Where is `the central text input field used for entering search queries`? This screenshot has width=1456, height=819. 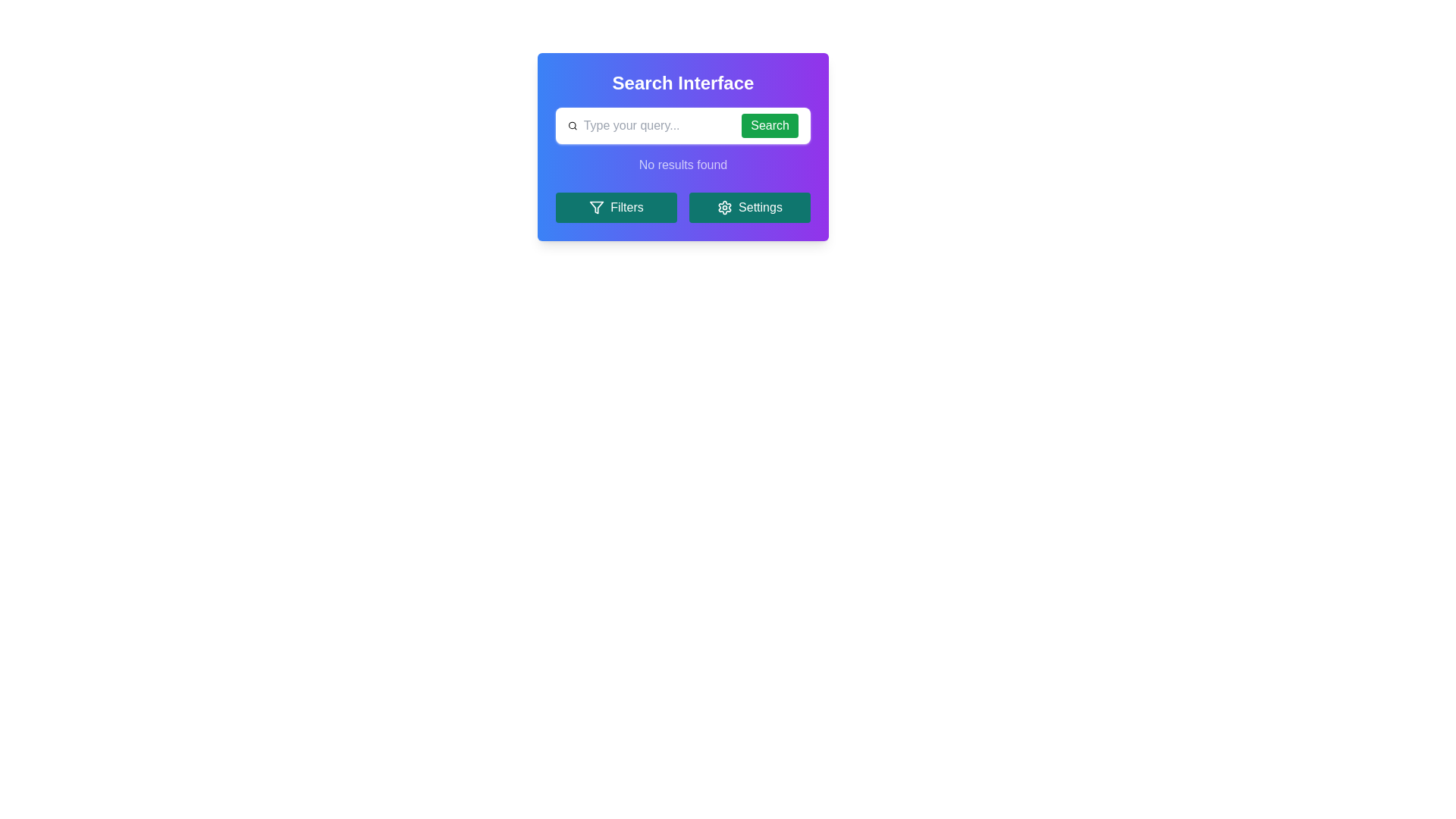
the central text input field used for entering search queries is located at coordinates (656, 124).